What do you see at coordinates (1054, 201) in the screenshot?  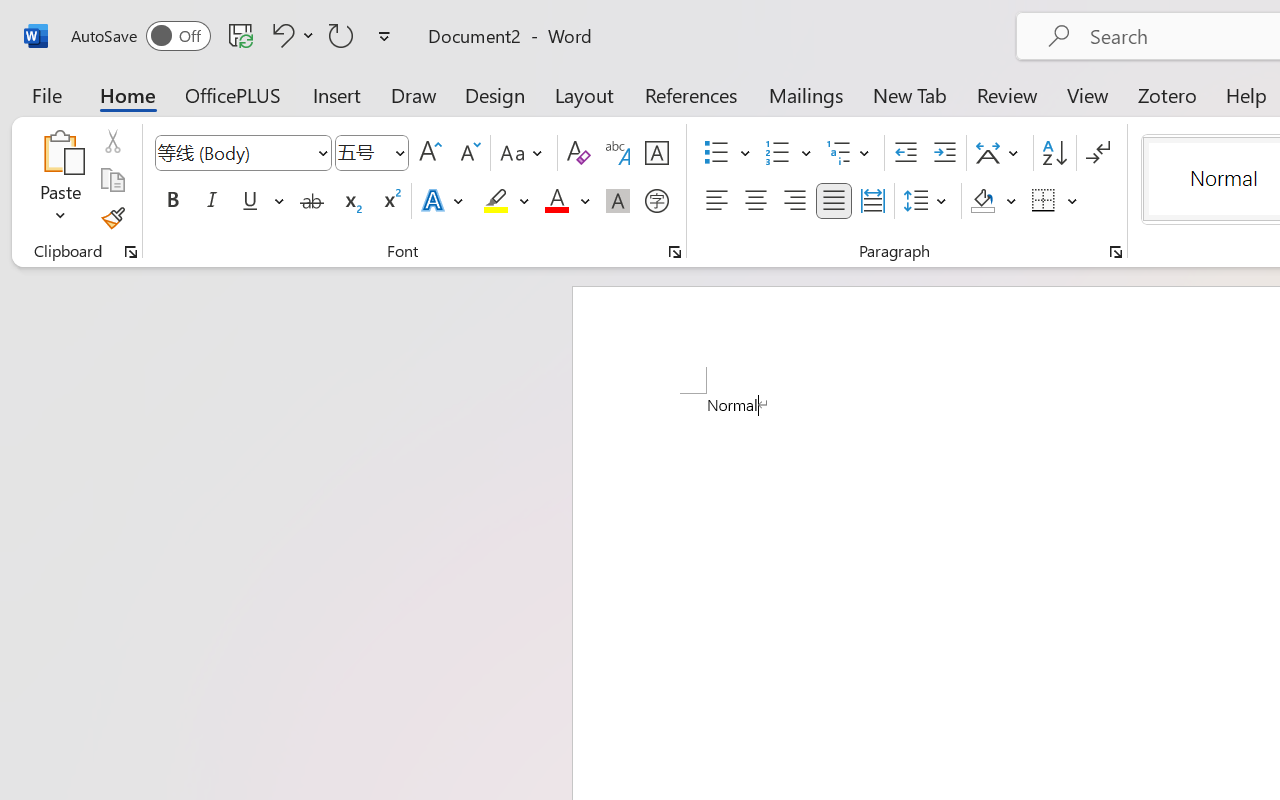 I see `'Borders'` at bounding box center [1054, 201].